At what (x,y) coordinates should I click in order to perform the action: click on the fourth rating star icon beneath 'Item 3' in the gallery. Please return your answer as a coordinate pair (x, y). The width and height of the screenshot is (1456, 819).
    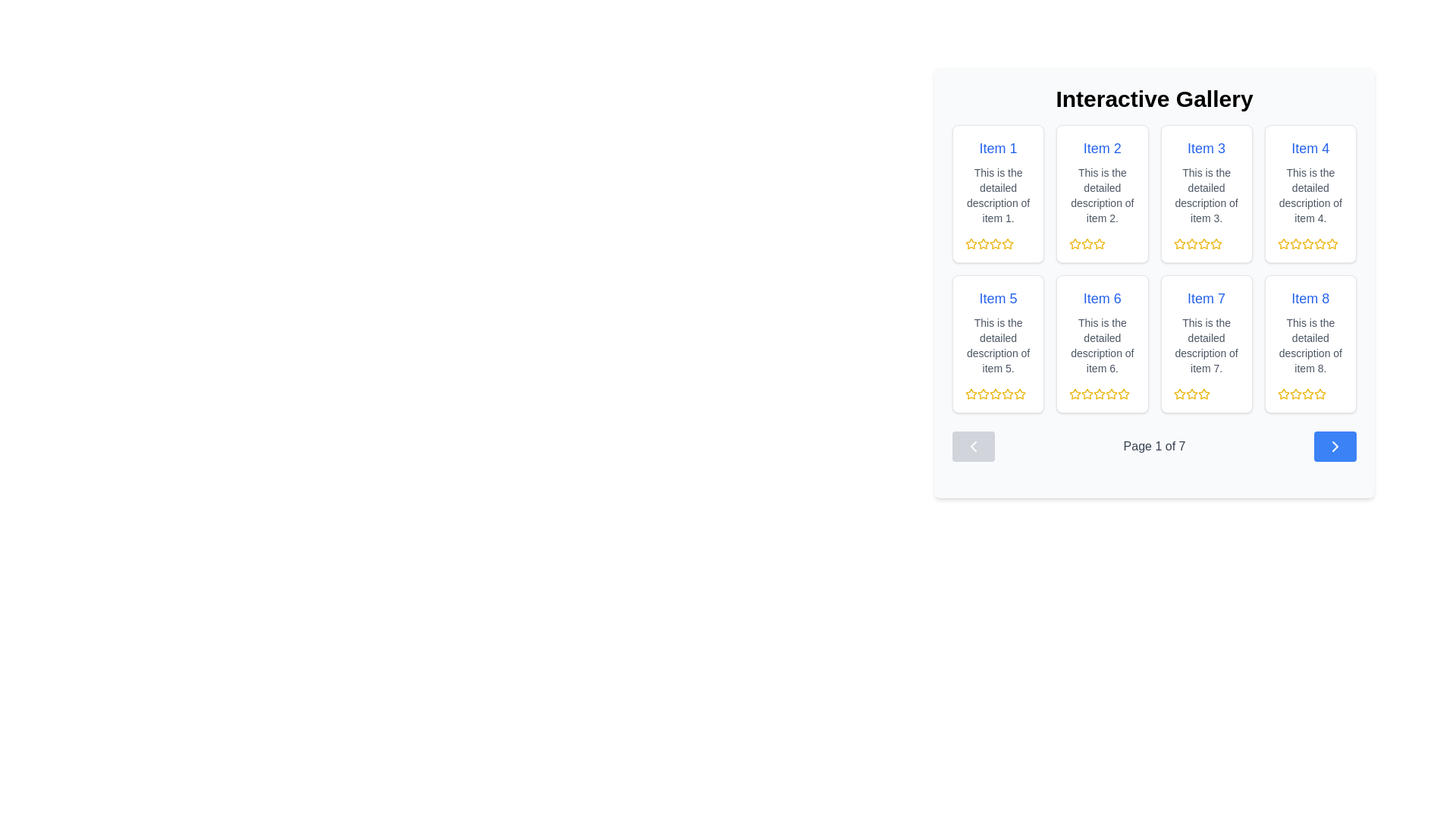
    Looking at the image, I should click on (1203, 243).